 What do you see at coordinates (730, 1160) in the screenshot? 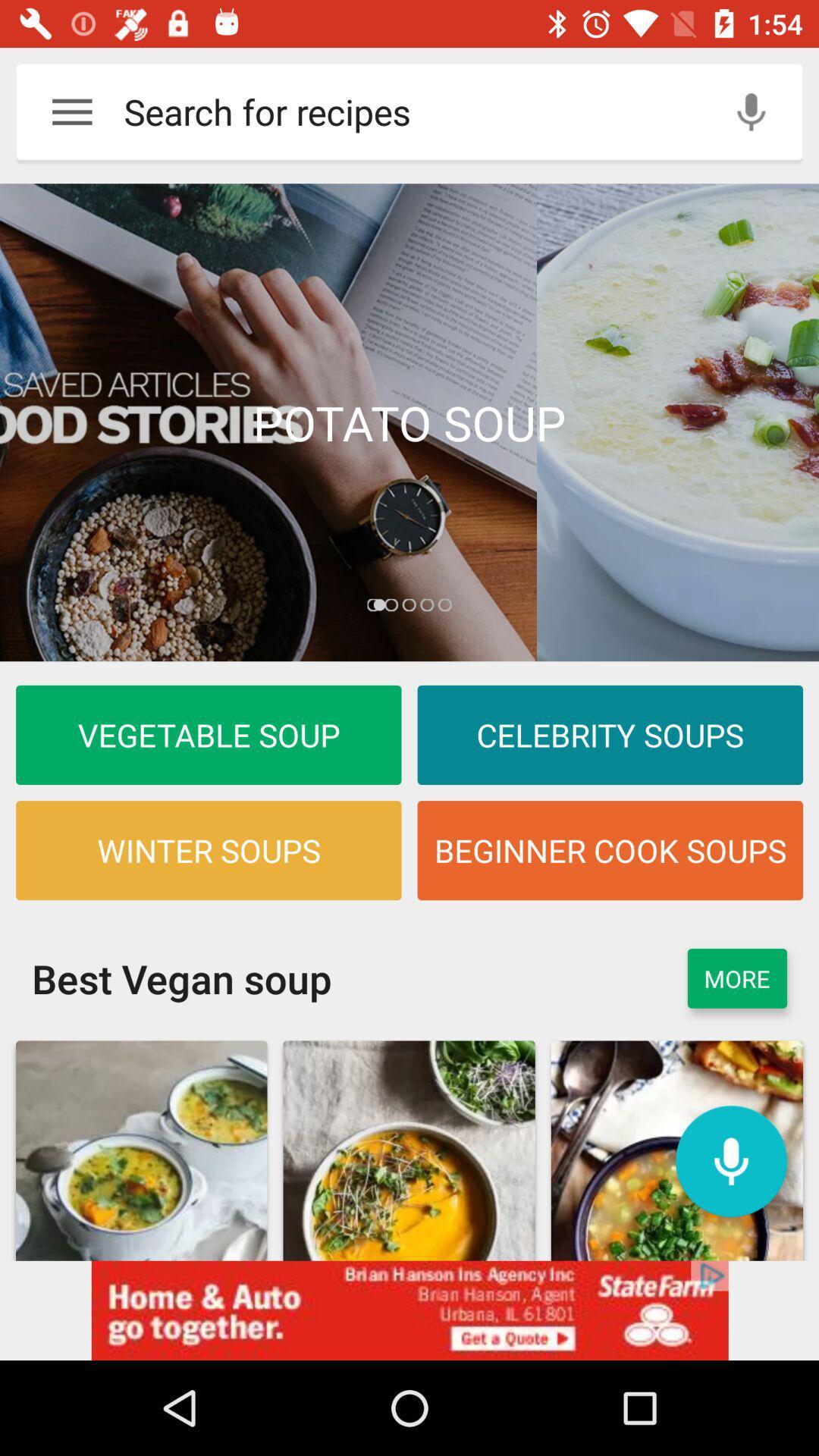
I see `record voice` at bounding box center [730, 1160].